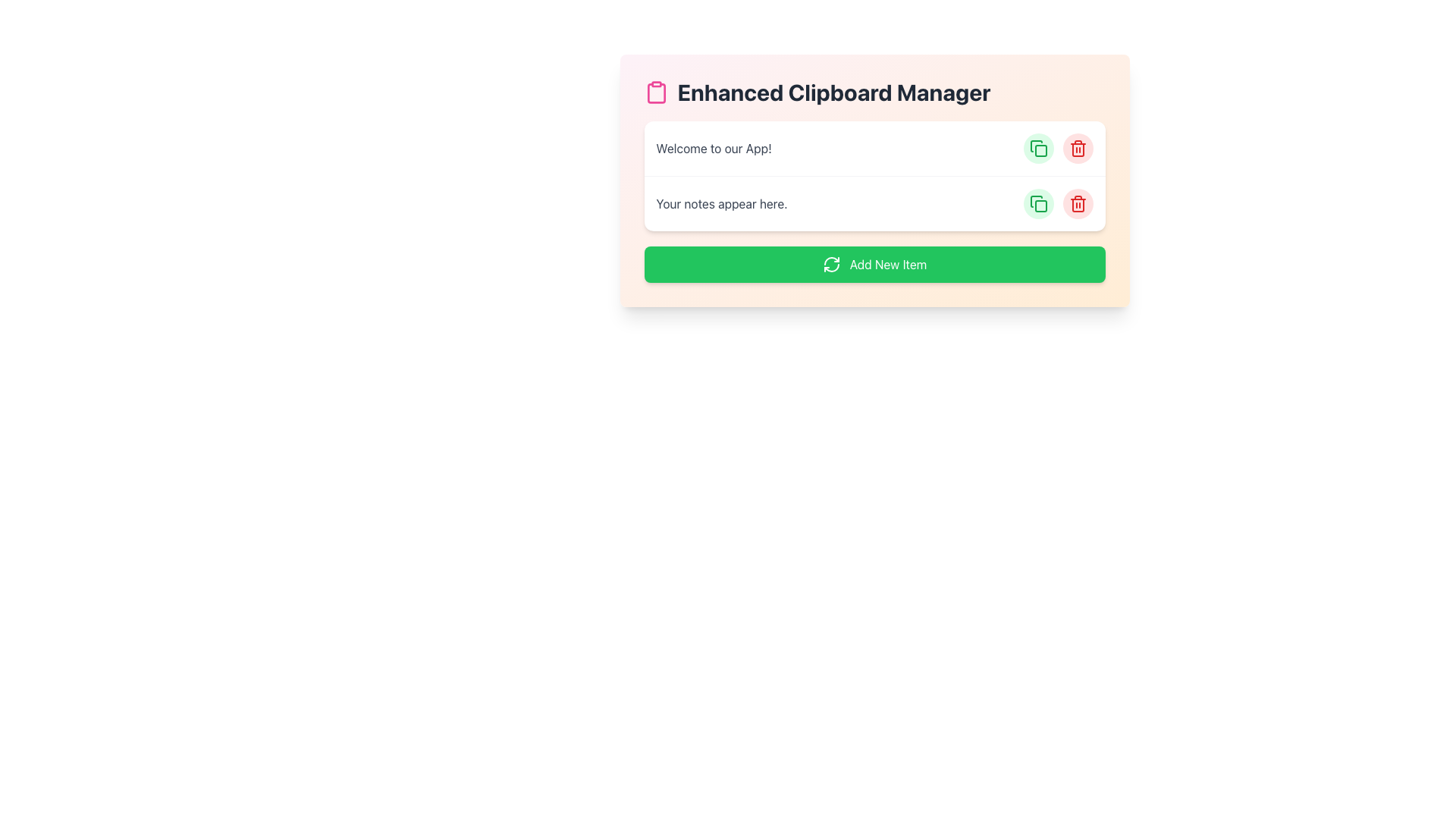  What do you see at coordinates (1077, 203) in the screenshot?
I see `the circular delete button with a light red background and a trash can icon` at bounding box center [1077, 203].